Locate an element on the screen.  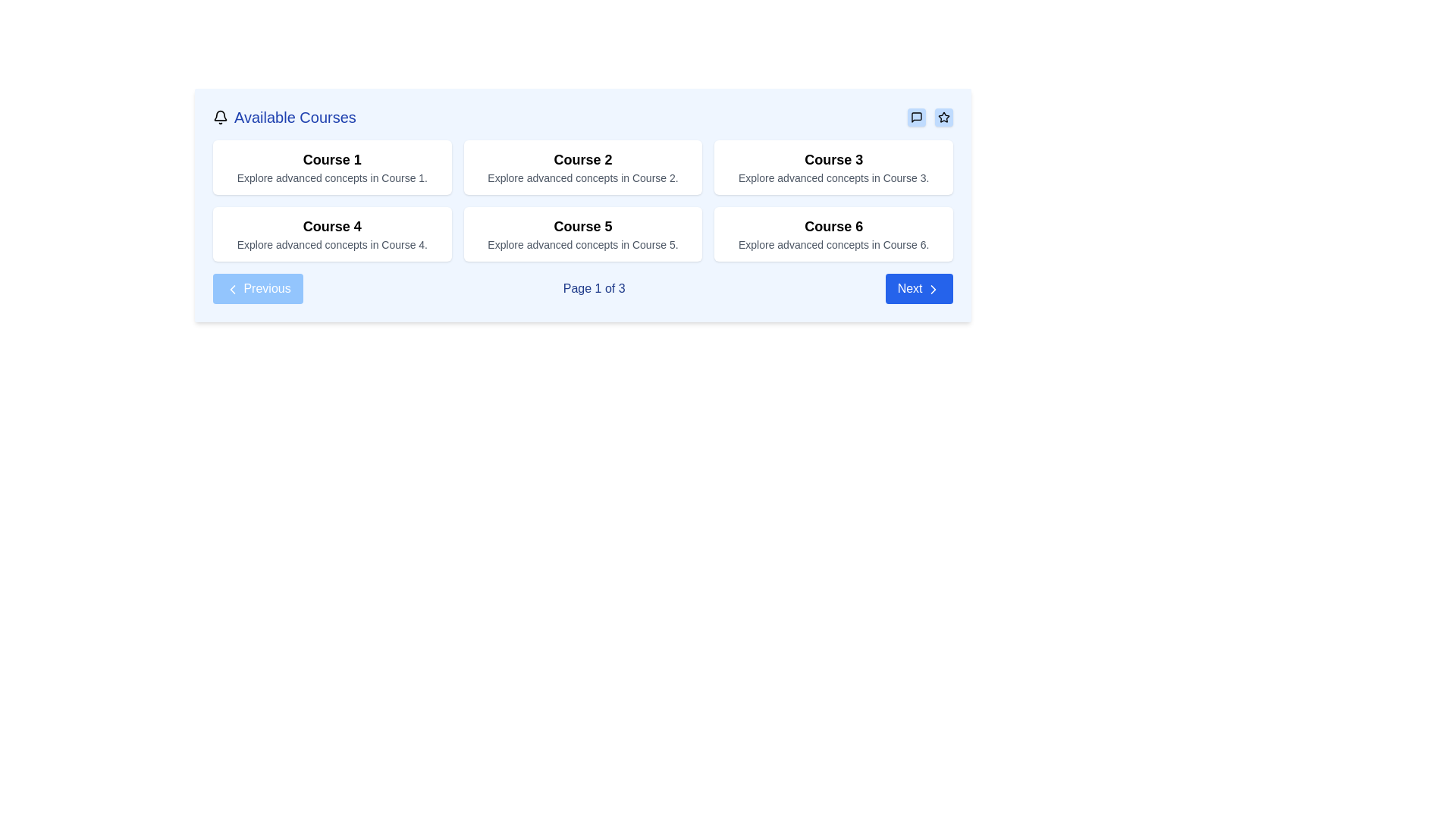
the heading text element that identifies the specific course, located in the second row, first column of the grid is located at coordinates (582, 227).